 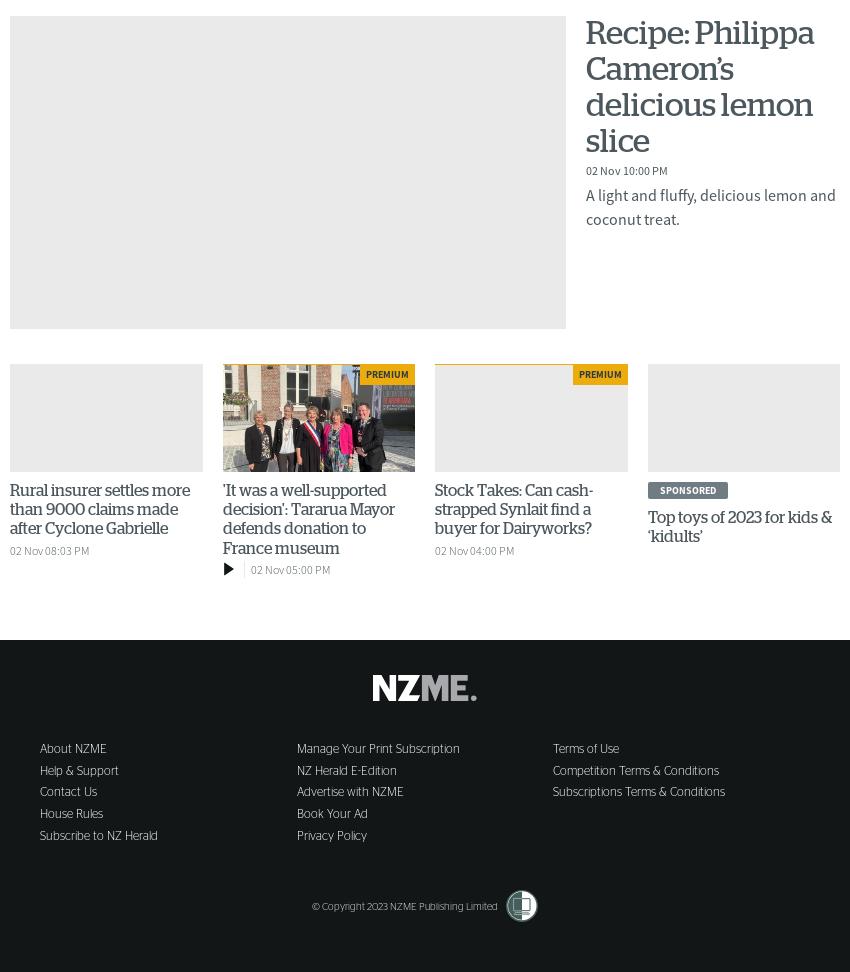 I want to click on 'Help & Support', so click(x=79, y=770).